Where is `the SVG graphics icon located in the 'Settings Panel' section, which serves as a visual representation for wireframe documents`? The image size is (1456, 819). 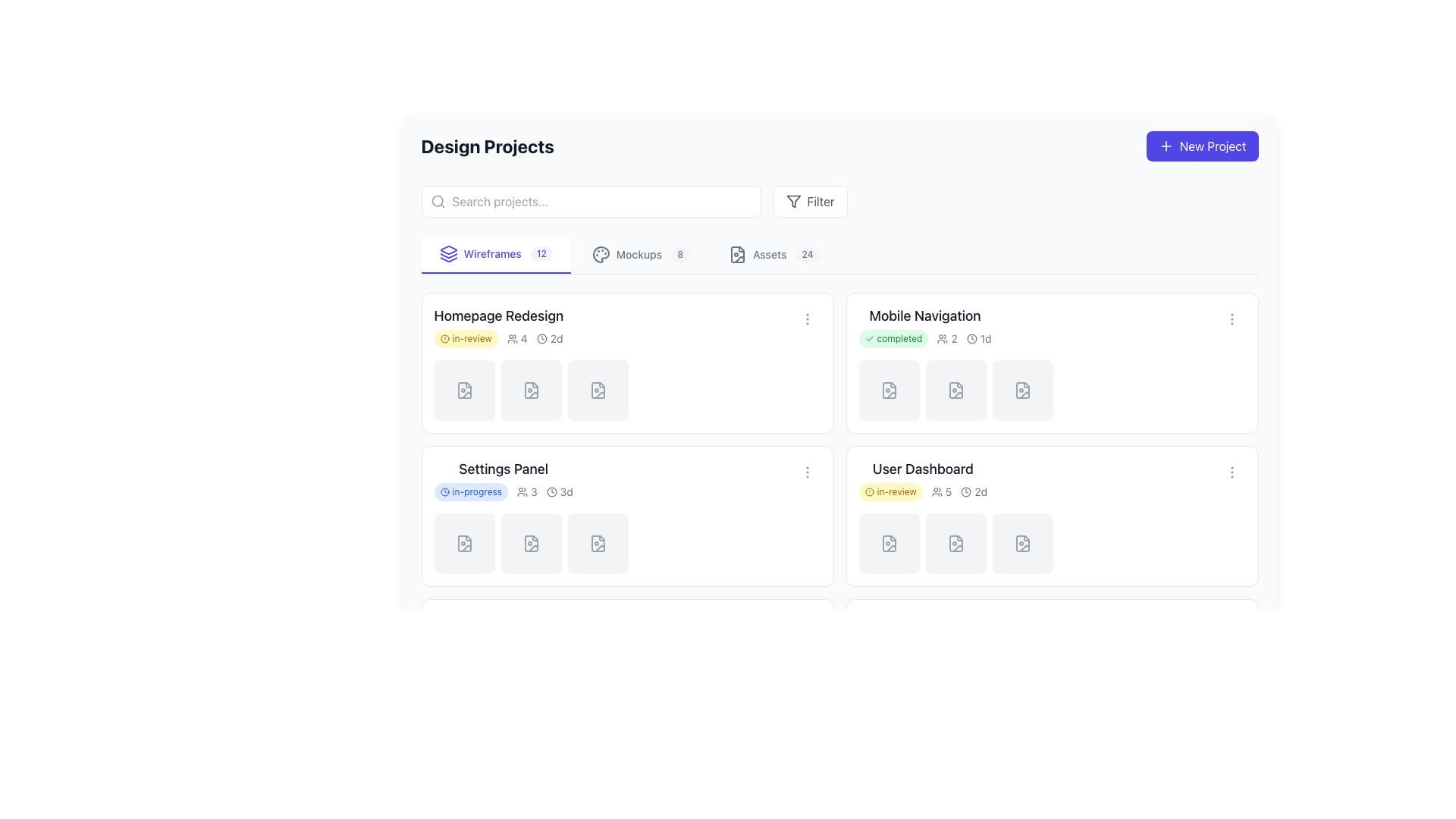
the SVG graphics icon located in the 'Settings Panel' section, which serves as a visual representation for wireframe documents is located at coordinates (597, 543).